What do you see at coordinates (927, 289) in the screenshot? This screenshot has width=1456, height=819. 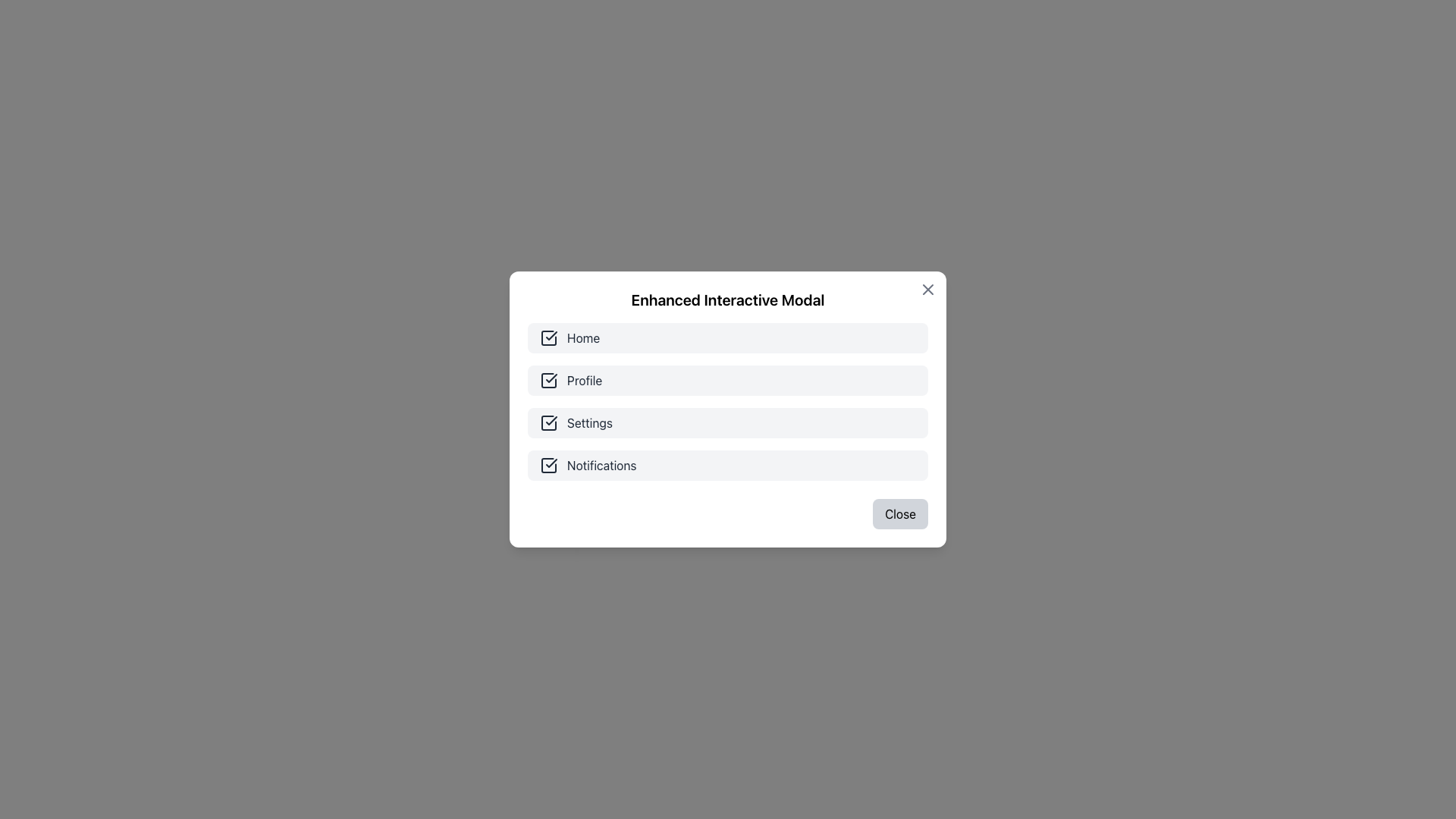 I see `the close icon in the top-right corner of the modal header adjacent to the title 'Enhanced Interactive Modal'` at bounding box center [927, 289].